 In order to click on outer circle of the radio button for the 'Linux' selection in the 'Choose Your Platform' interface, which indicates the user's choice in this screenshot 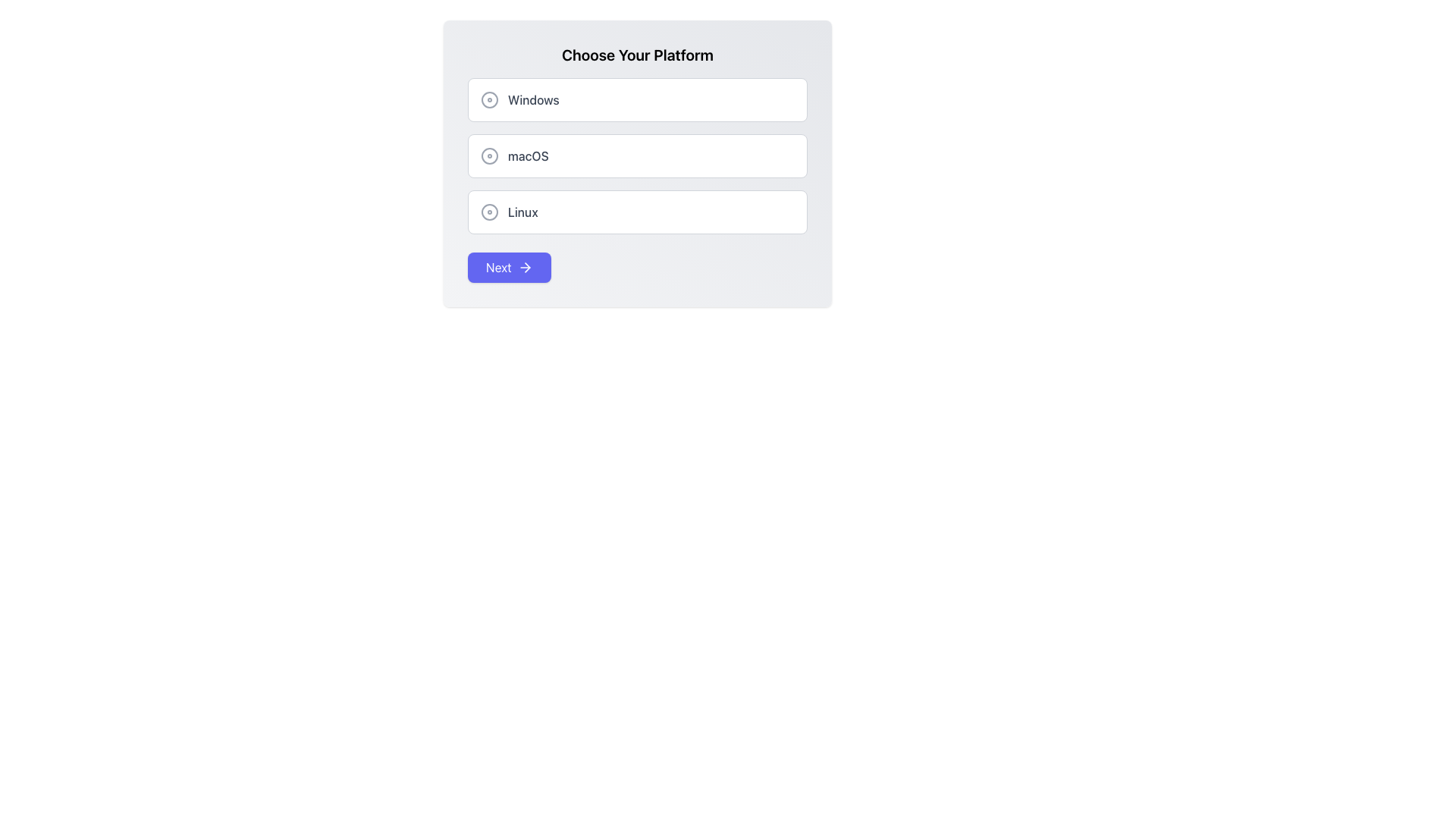, I will do `click(490, 212)`.